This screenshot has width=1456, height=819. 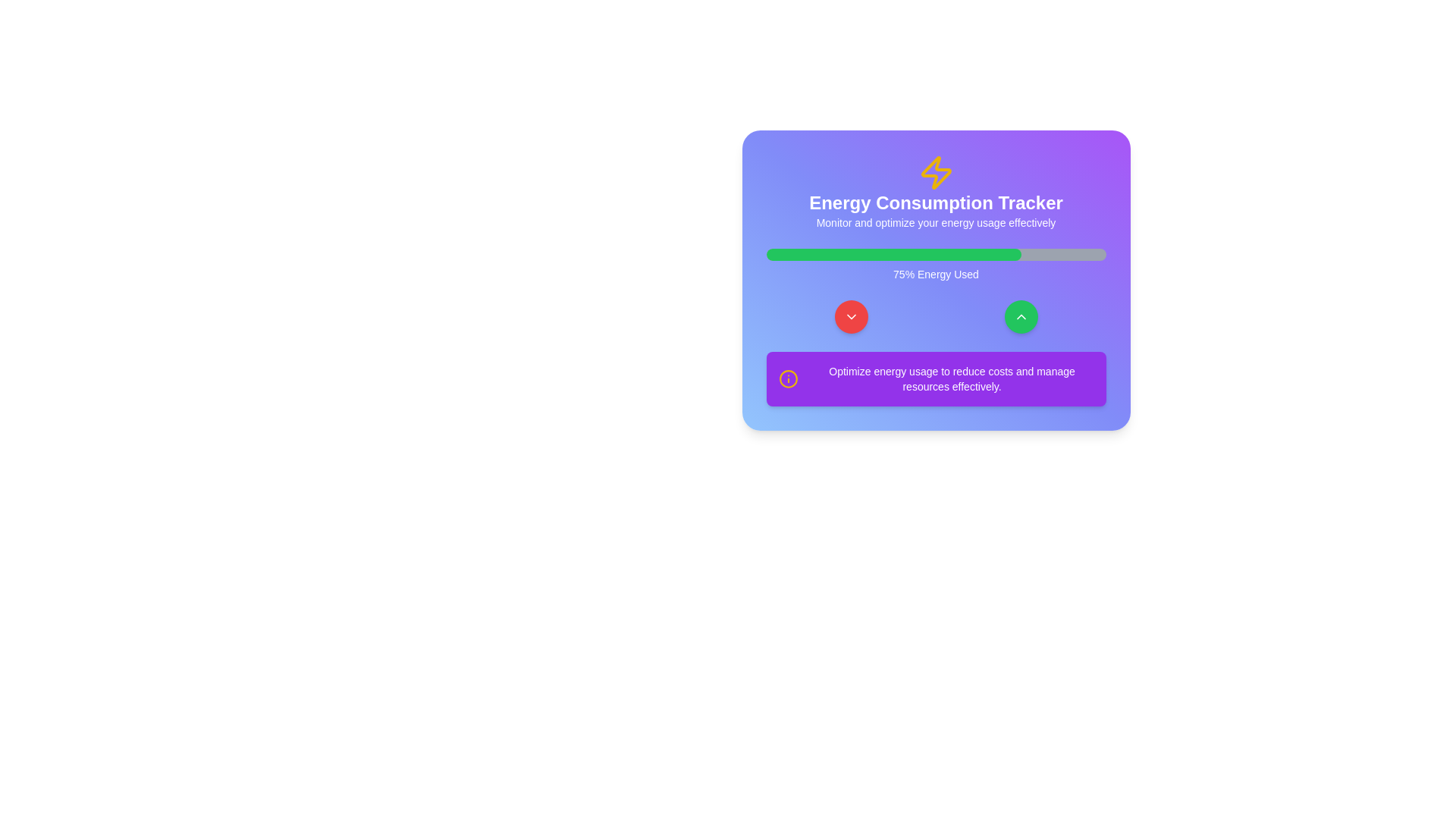 I want to click on information displayed on the text label that shows the percentage of energy used, located beneath the horizontal progress bar in the card interface, so click(x=935, y=275).